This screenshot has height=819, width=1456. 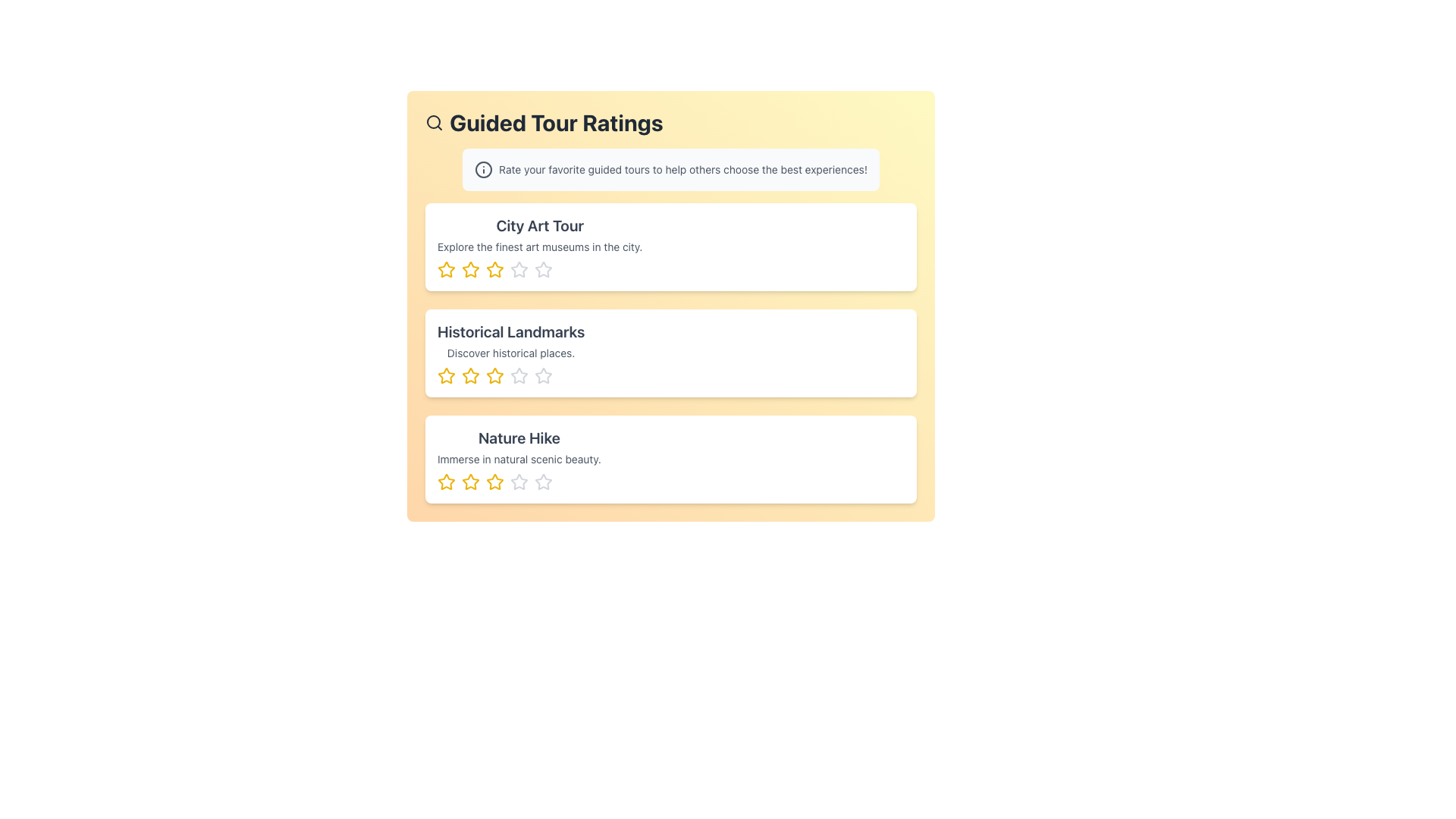 I want to click on the fourth star icon in the rating bar for the 'Nature Hike' section to rate it, so click(x=519, y=482).